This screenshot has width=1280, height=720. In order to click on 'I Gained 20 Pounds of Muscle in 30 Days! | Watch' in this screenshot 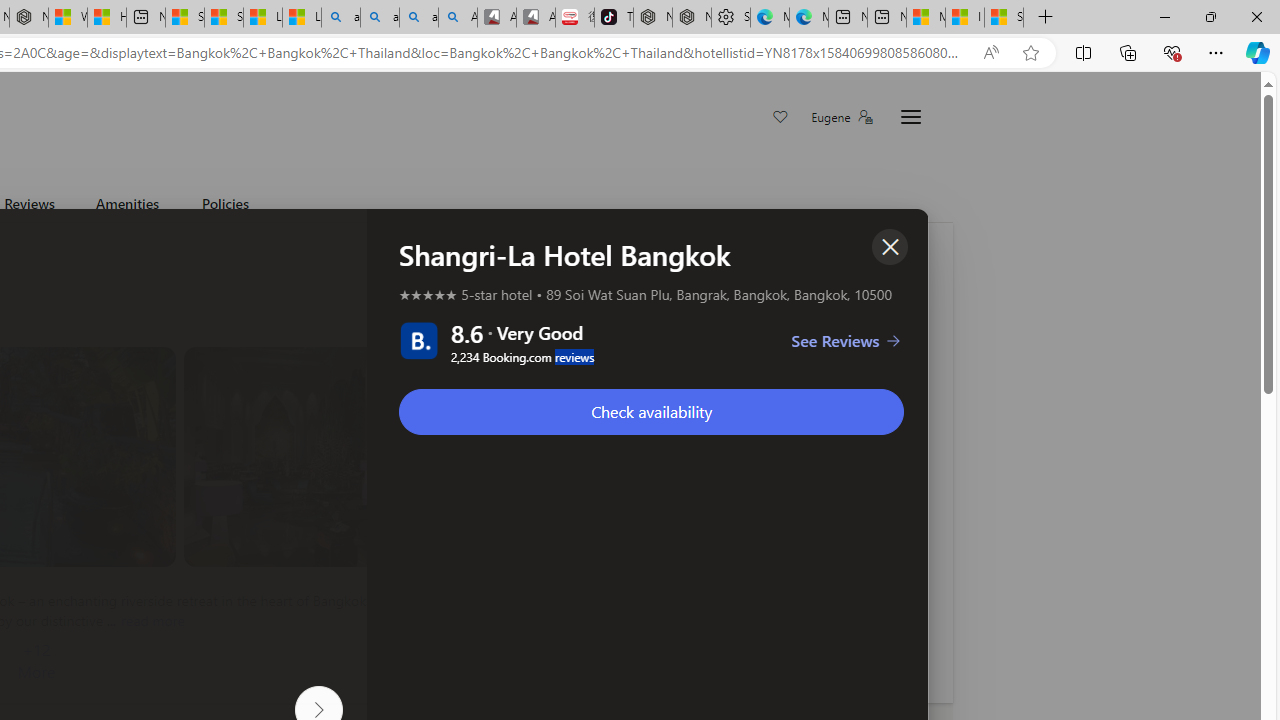, I will do `click(965, 17)`.